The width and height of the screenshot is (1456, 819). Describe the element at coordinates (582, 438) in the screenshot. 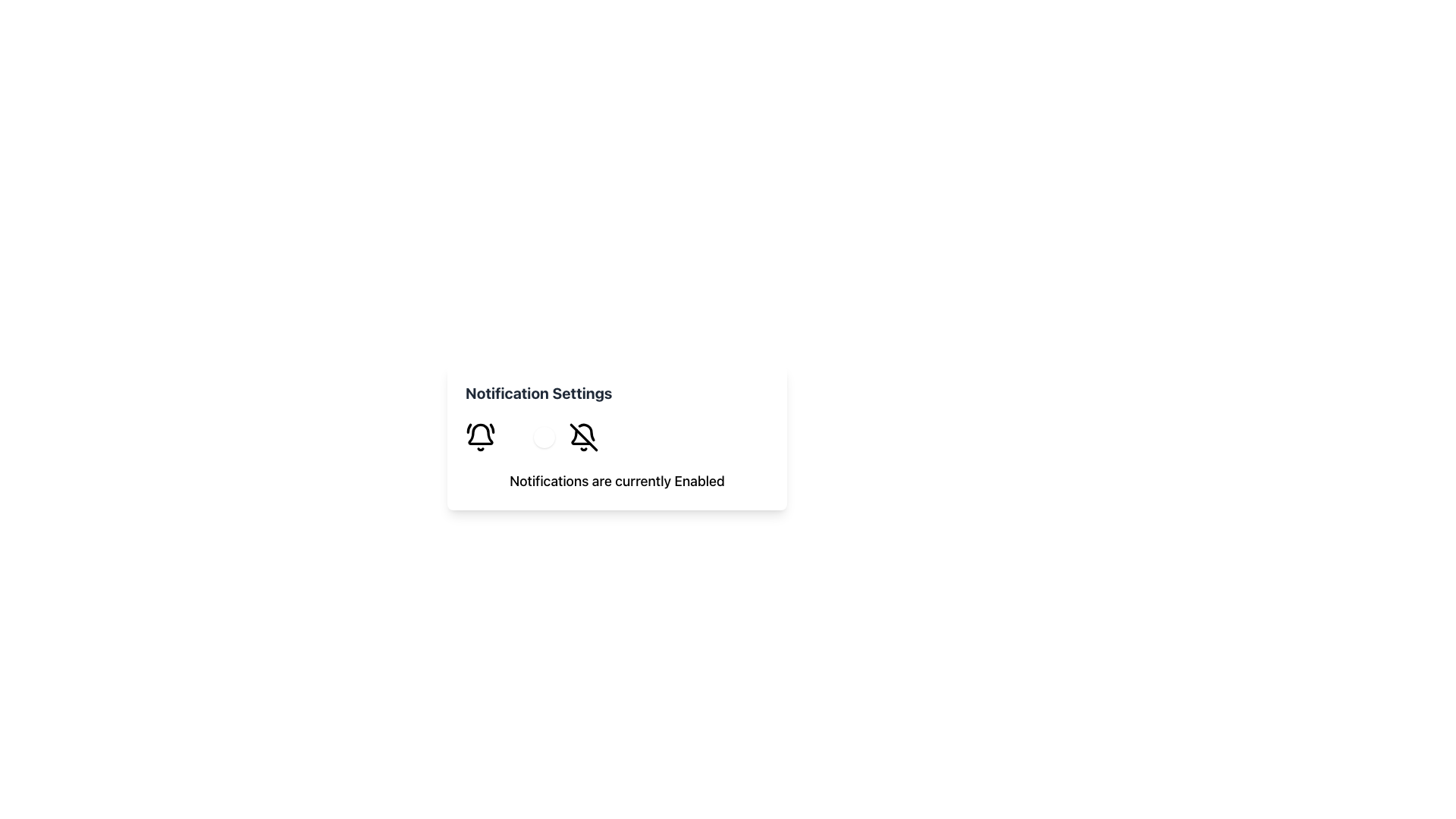

I see `the muted notification bell icon, which is red and has a slash through it, located in the 'Notification Settings' section` at that location.